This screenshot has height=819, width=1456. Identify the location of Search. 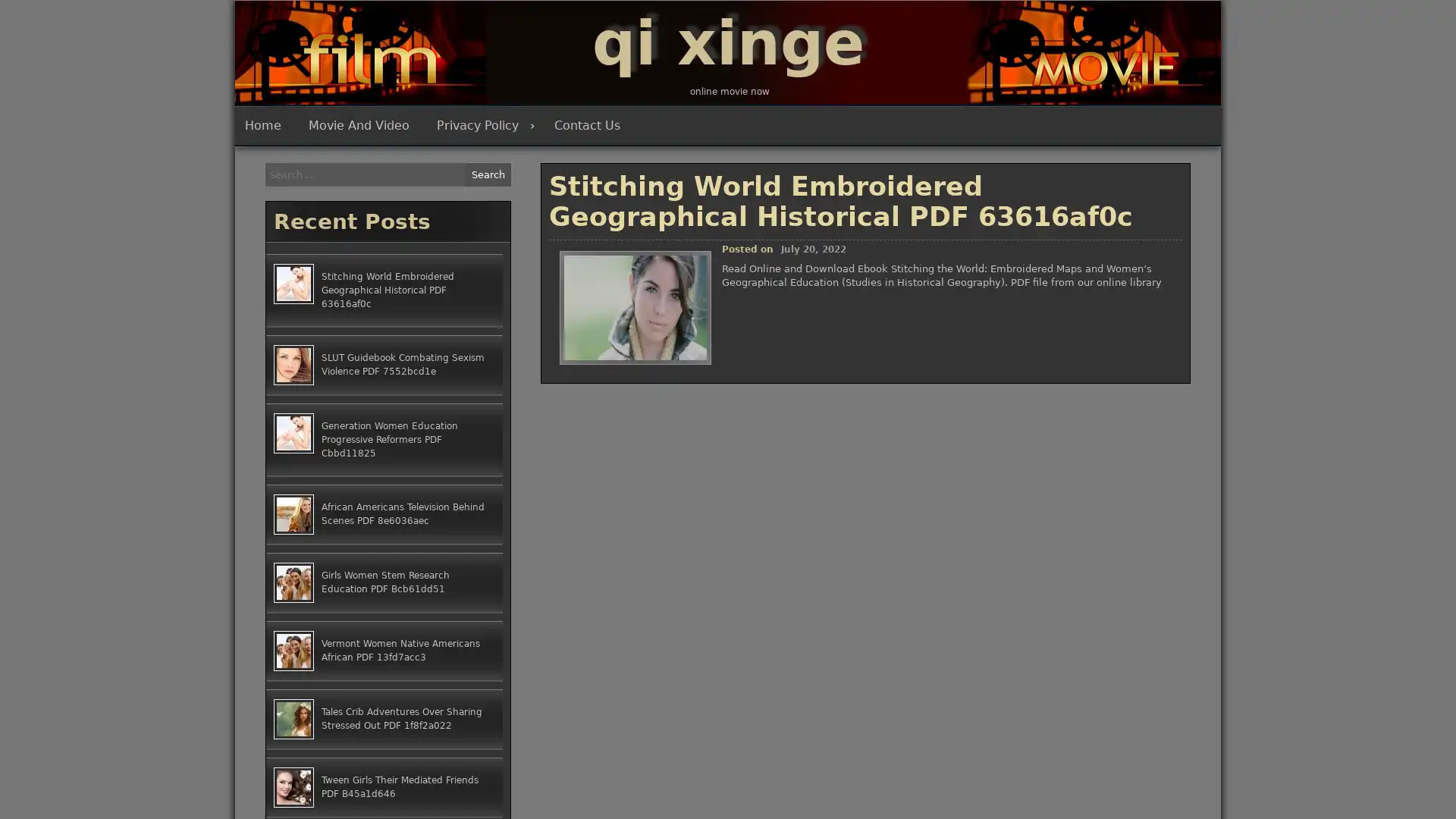
(488, 174).